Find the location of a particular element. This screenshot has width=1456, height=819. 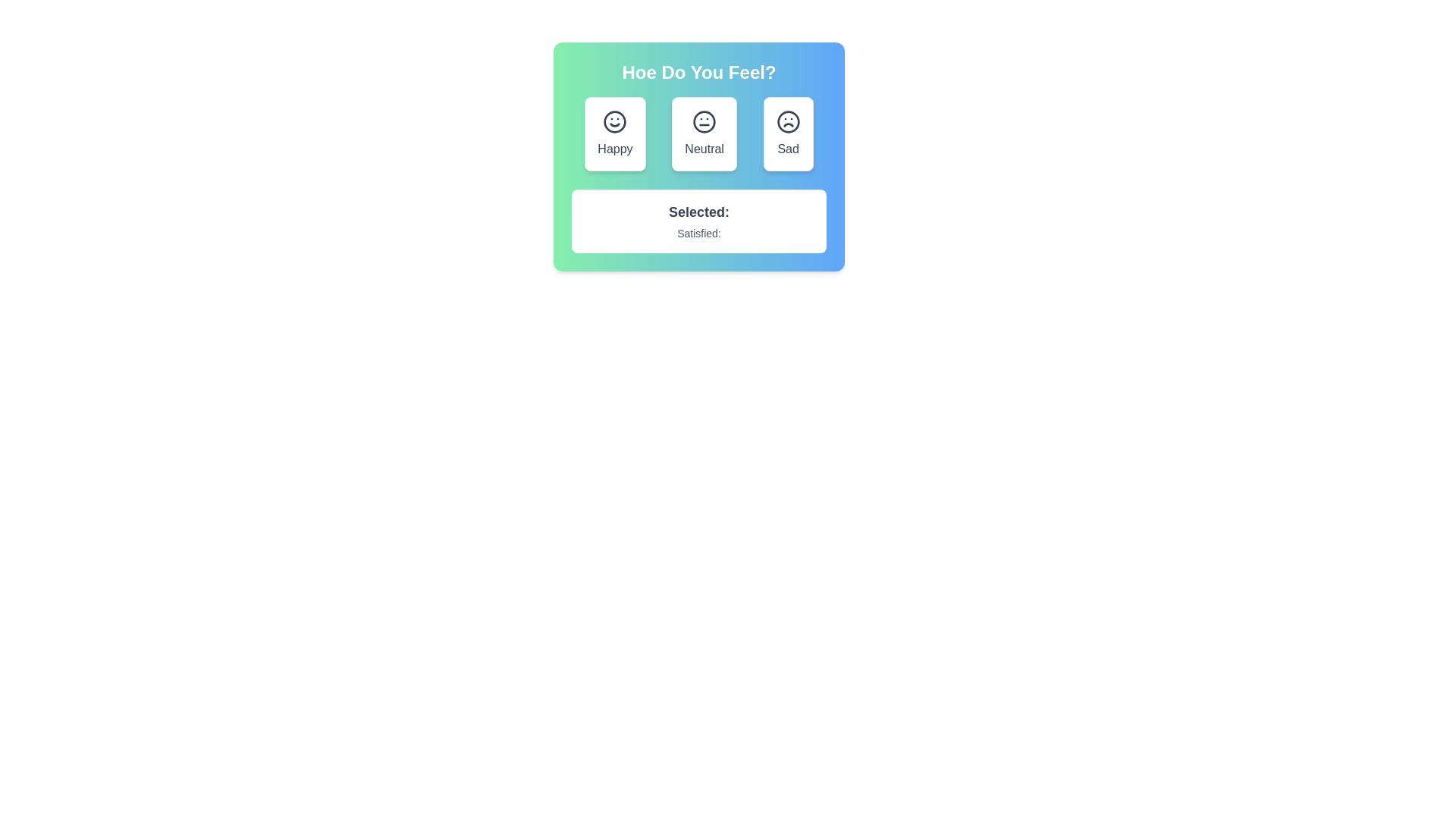

the Neutral button to select the corresponding emotion is located at coordinates (704, 133).